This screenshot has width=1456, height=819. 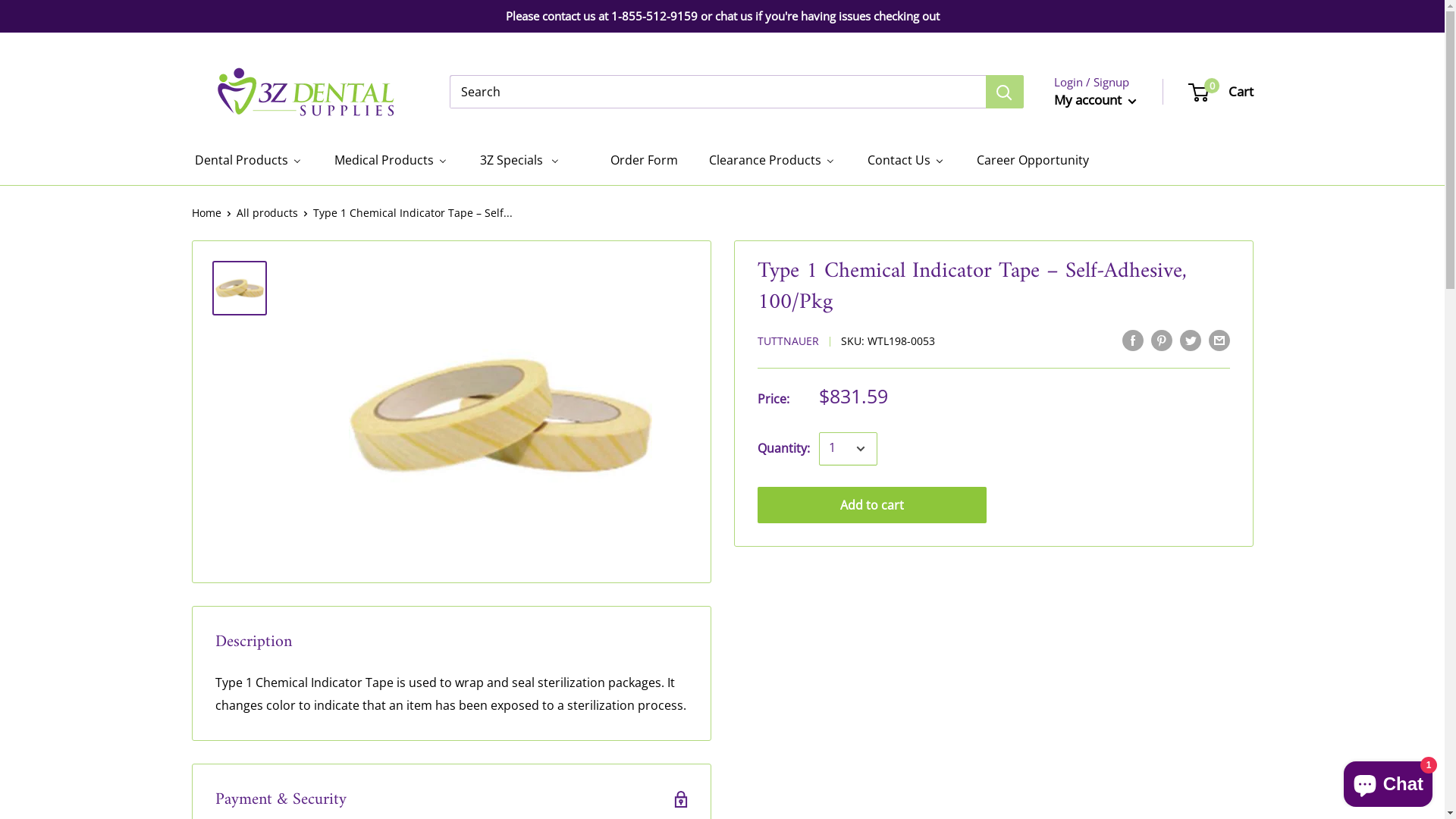 I want to click on 'Medical Products', so click(x=390, y=160).